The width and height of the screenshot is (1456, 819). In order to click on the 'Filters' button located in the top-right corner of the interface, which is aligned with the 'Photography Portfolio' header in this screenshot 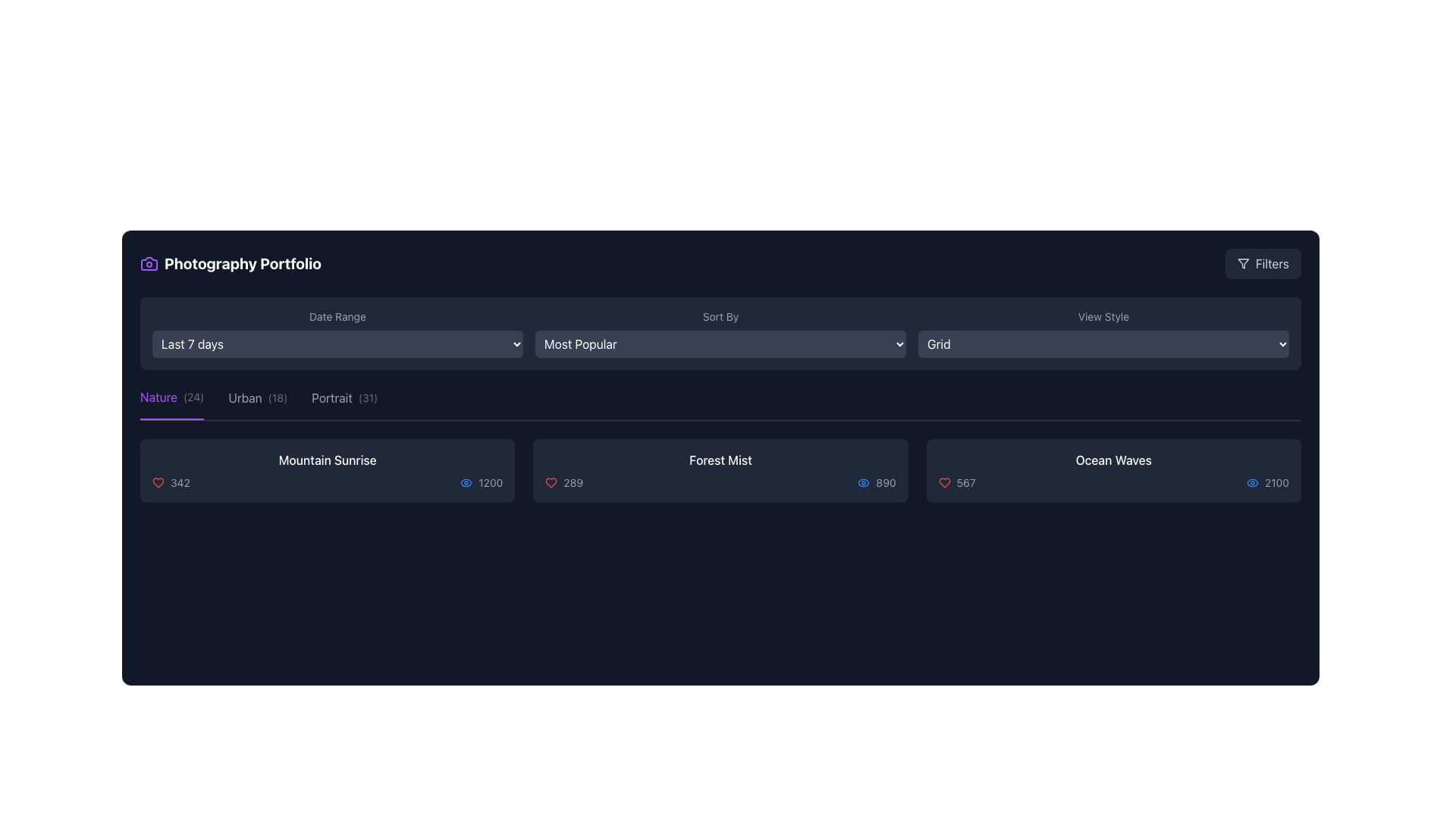, I will do `click(1263, 262)`.